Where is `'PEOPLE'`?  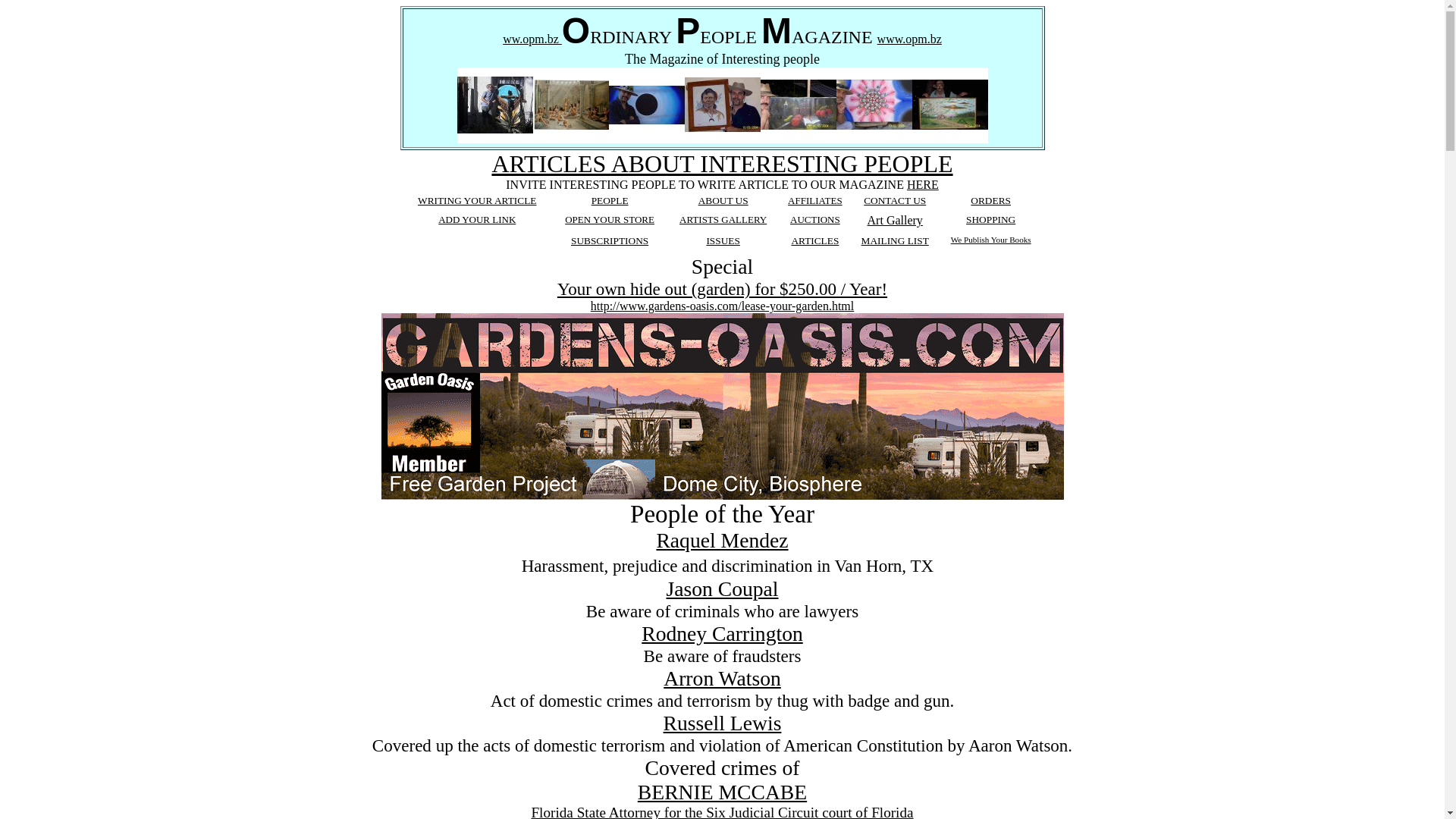 'PEOPLE' is located at coordinates (610, 199).